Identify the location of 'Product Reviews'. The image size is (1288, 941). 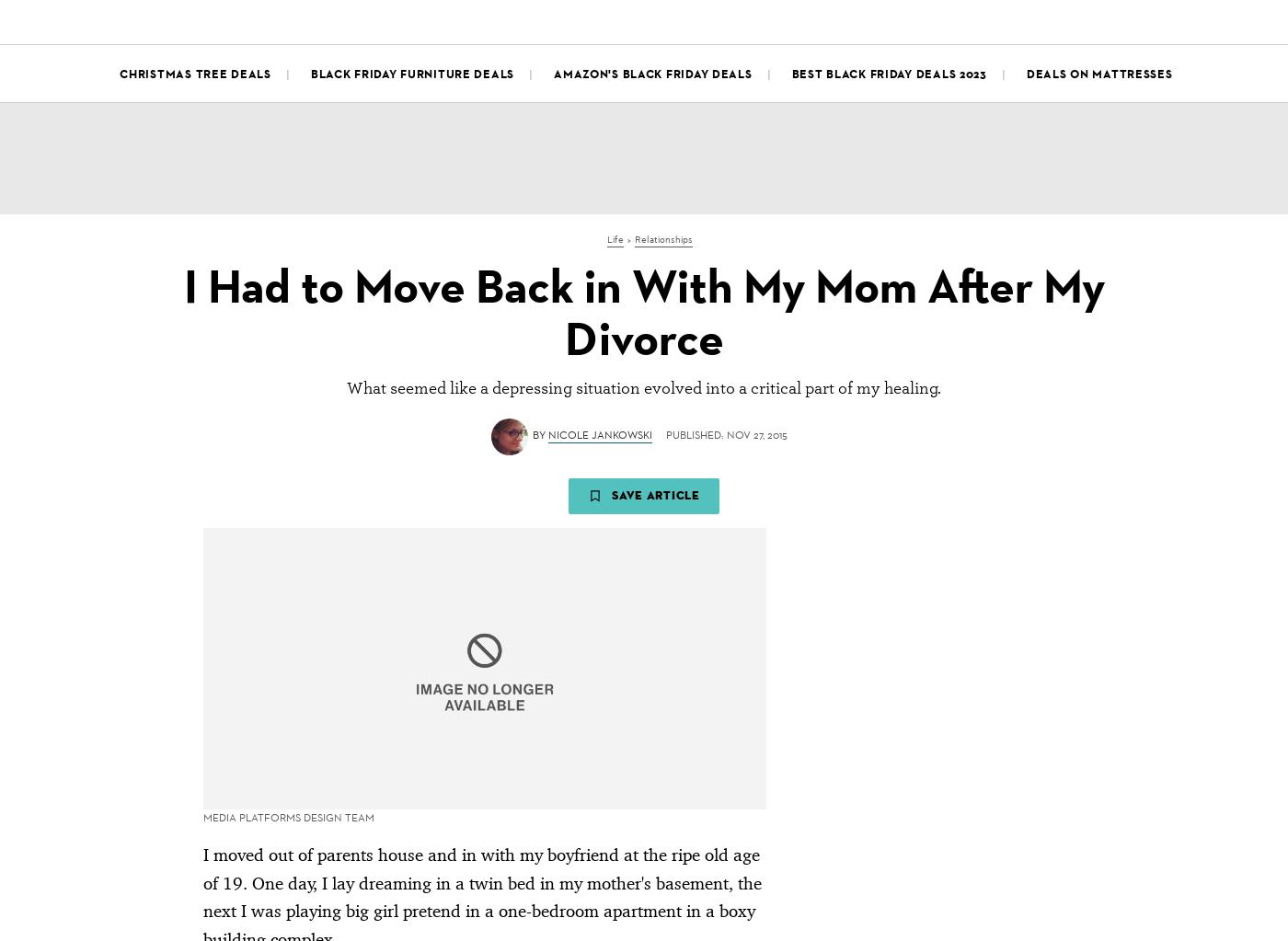
(369, 19).